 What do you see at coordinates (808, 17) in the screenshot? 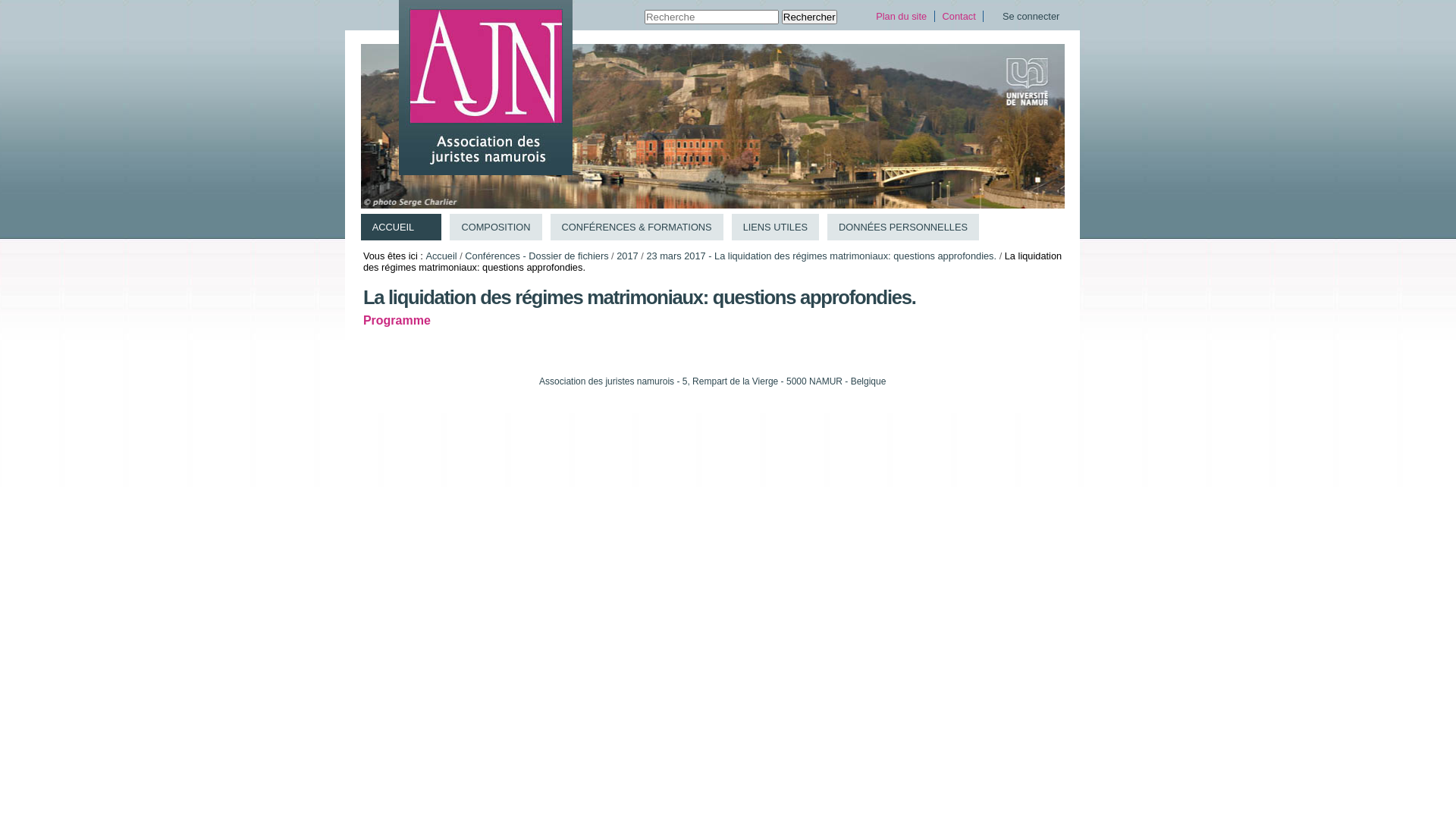
I see `'Rechercher'` at bounding box center [808, 17].